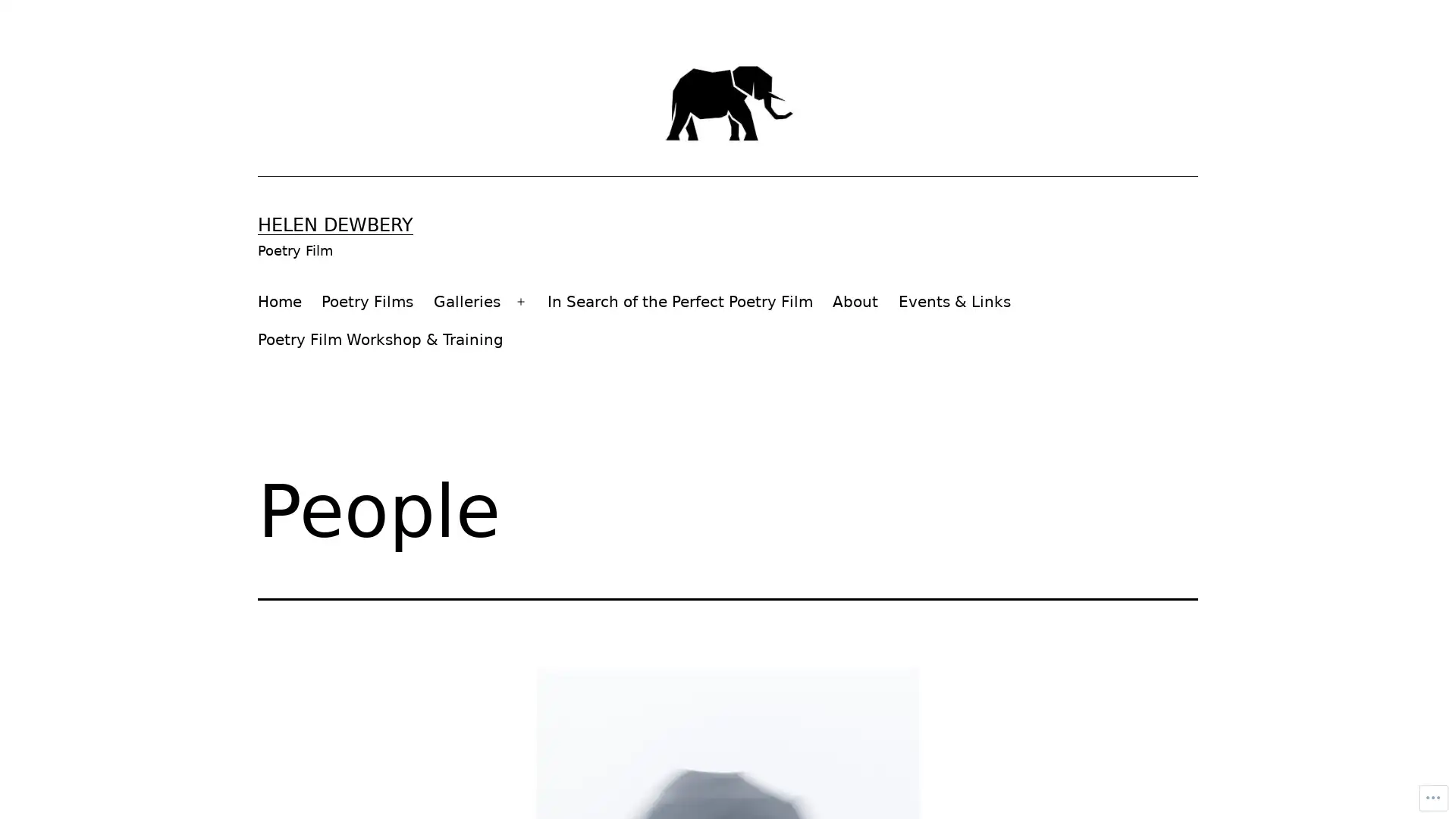 Image resolution: width=1456 pixels, height=819 pixels. Describe the element at coordinates (520, 301) in the screenshot. I see `Open menu` at that location.